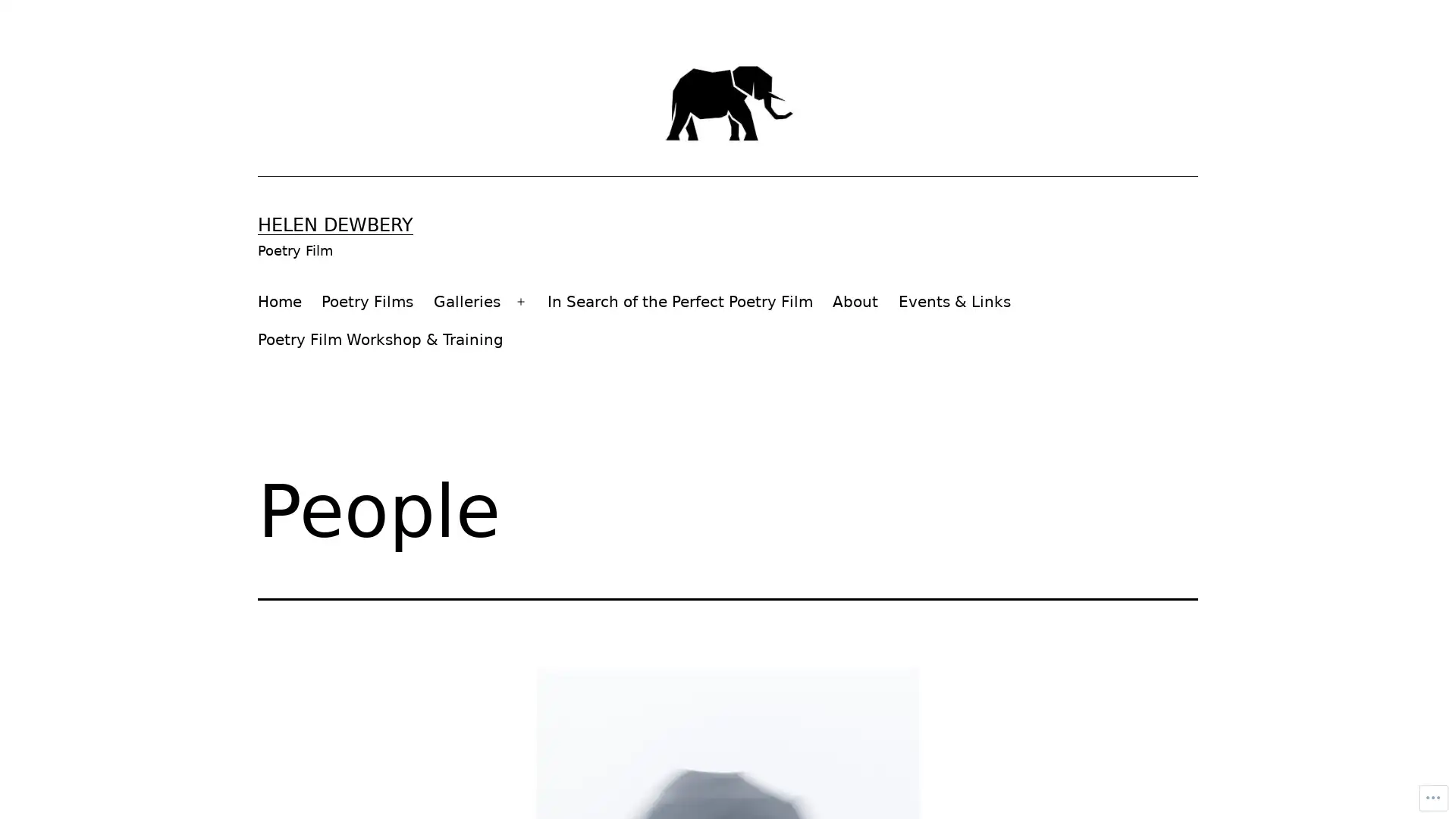 Image resolution: width=1456 pixels, height=819 pixels. Describe the element at coordinates (520, 301) in the screenshot. I see `Open menu` at that location.